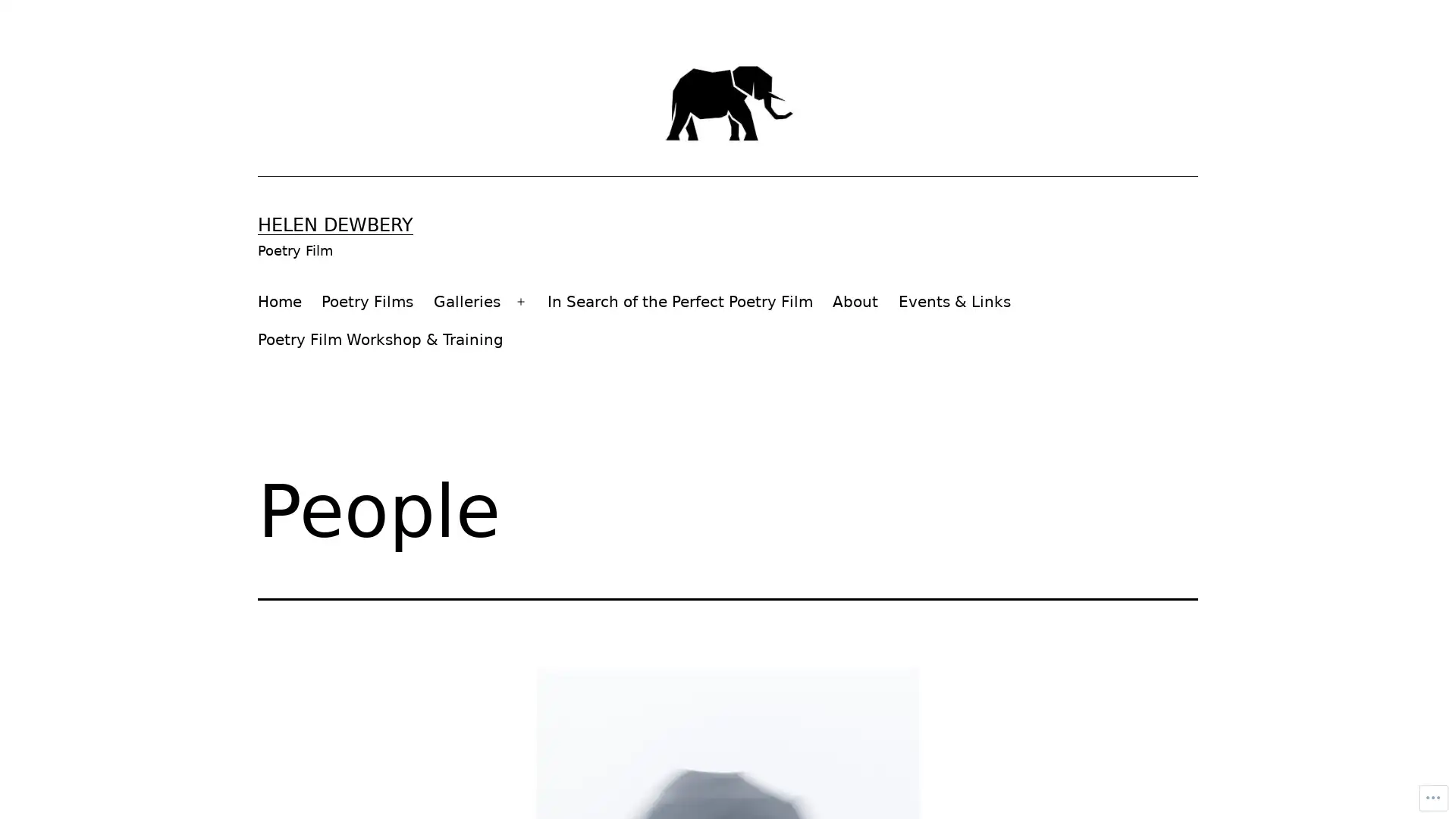 Image resolution: width=1456 pixels, height=819 pixels. Describe the element at coordinates (520, 301) in the screenshot. I see `Open menu` at that location.